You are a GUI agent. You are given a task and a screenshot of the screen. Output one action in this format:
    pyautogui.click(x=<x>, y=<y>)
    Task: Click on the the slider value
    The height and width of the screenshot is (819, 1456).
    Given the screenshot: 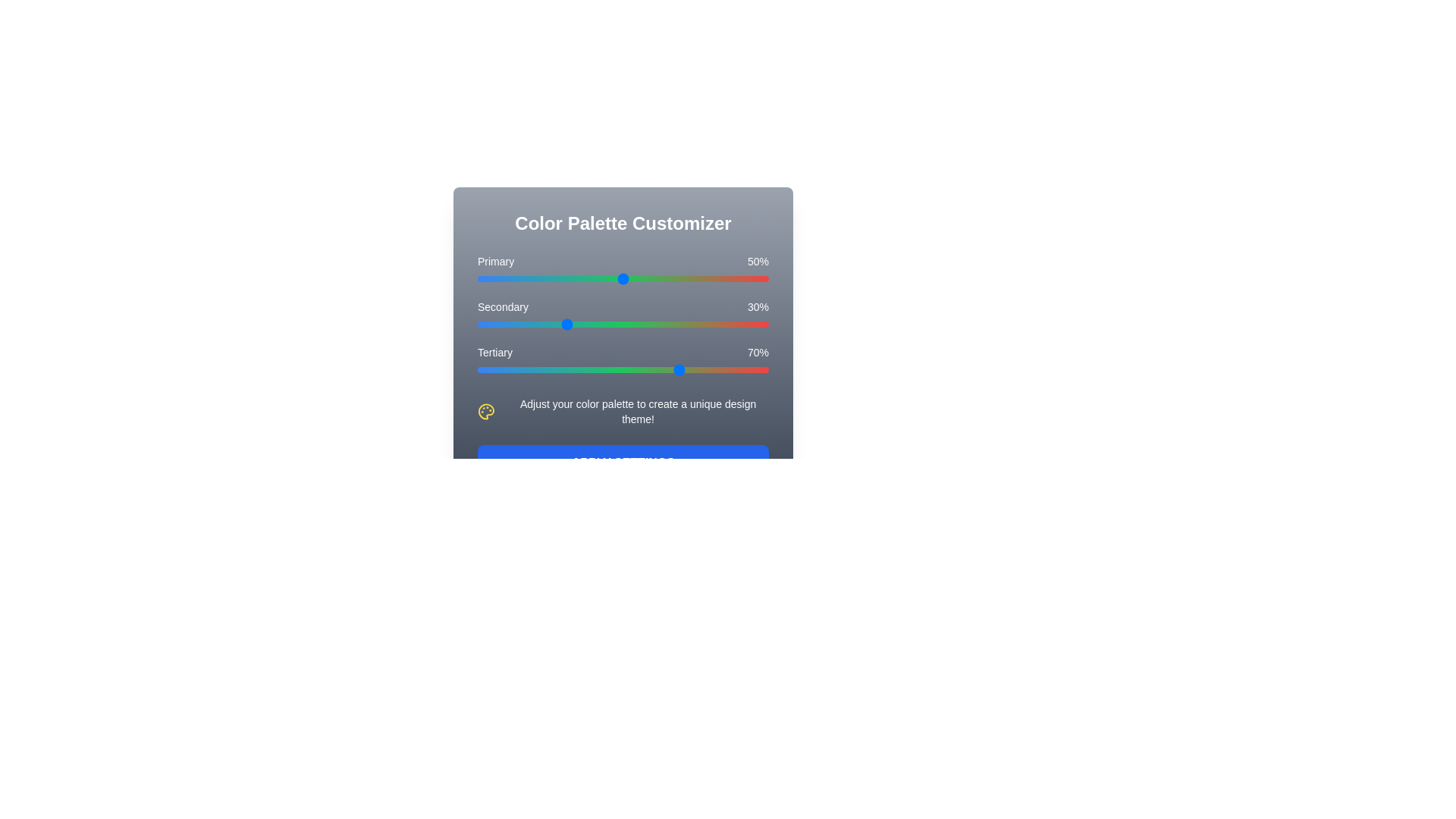 What is the action you would take?
    pyautogui.click(x=757, y=324)
    